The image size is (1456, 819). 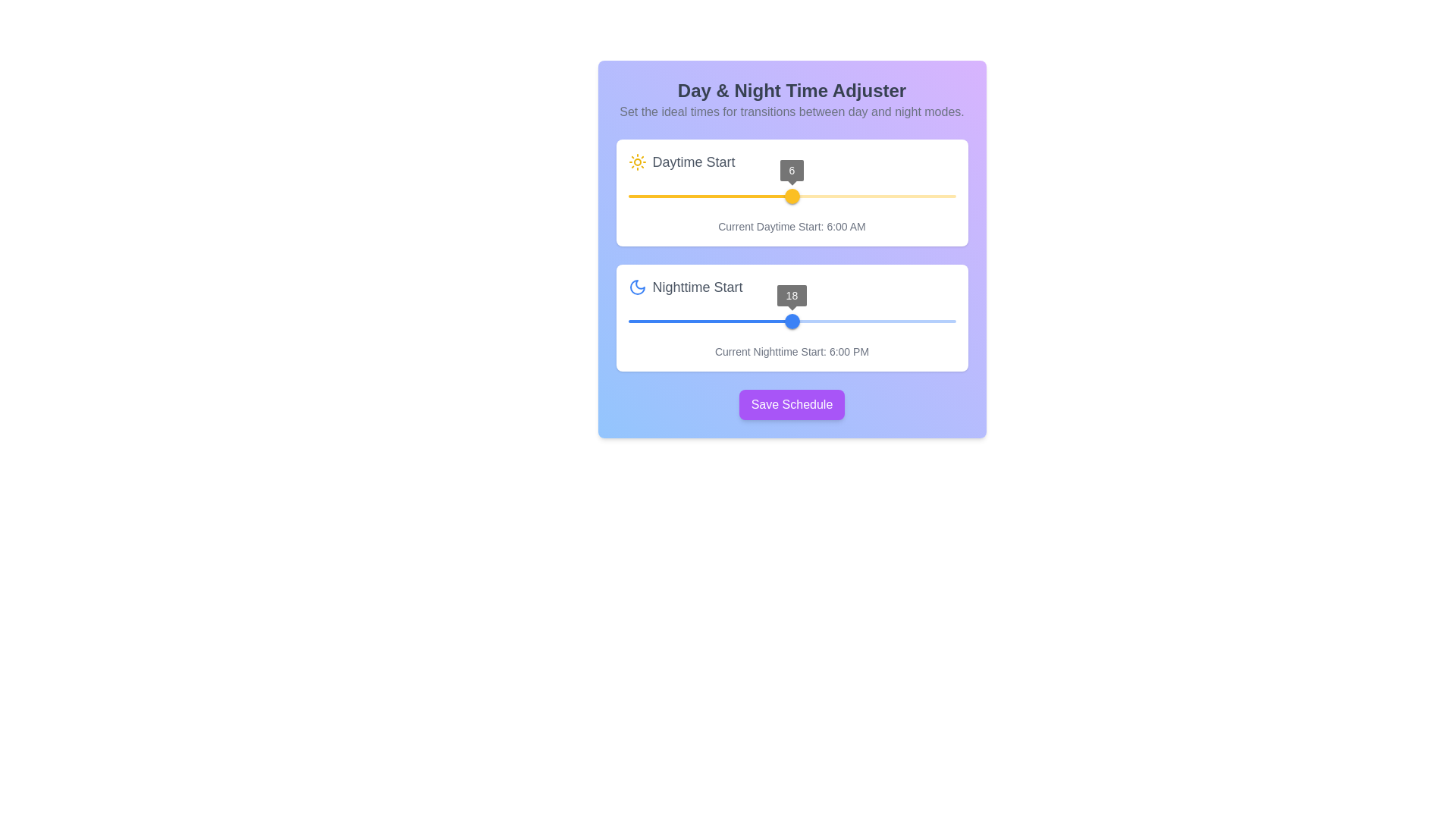 I want to click on the daytime start, so click(x=642, y=195).